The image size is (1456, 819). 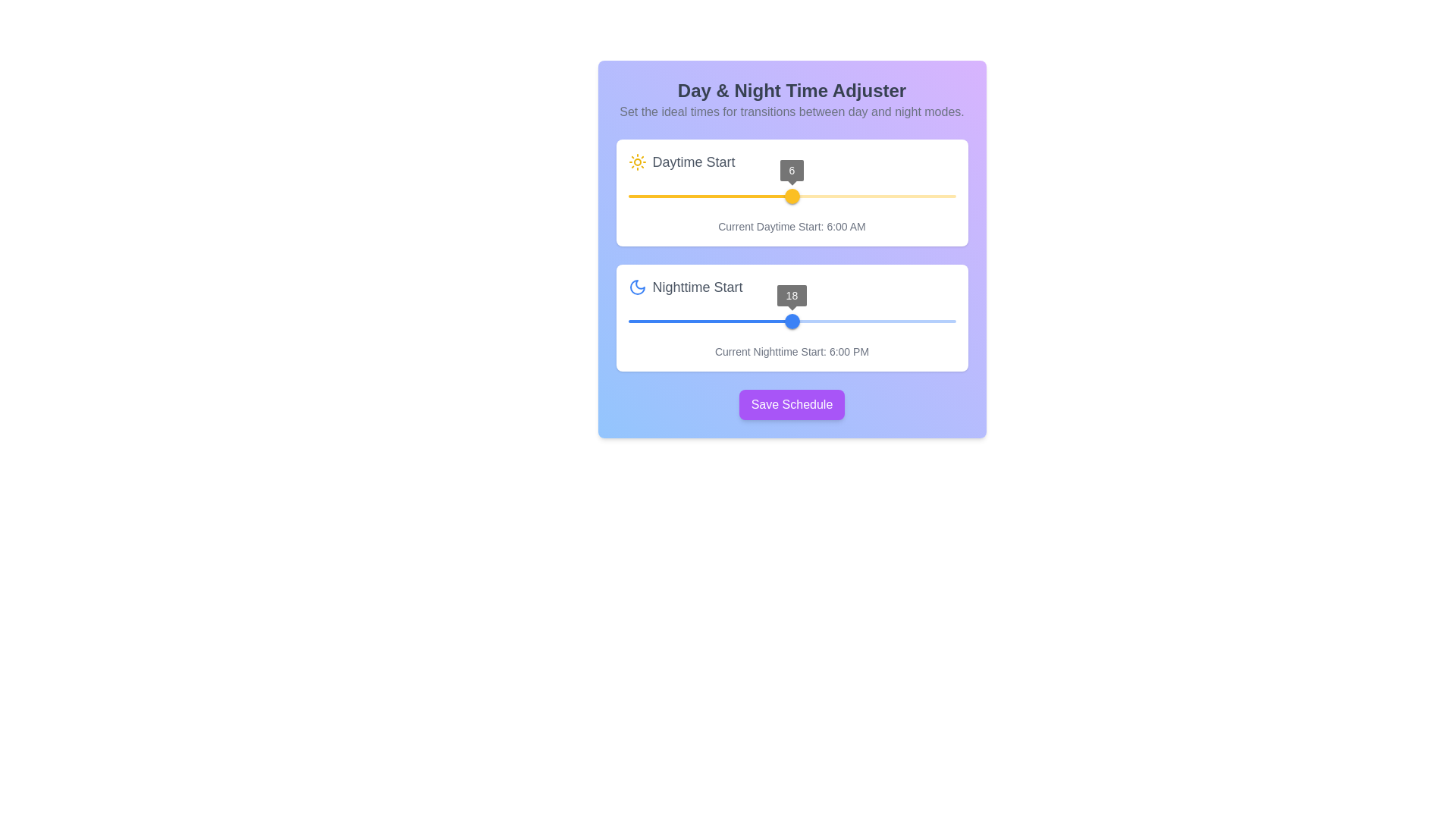 I want to click on the daytime start, so click(x=642, y=195).